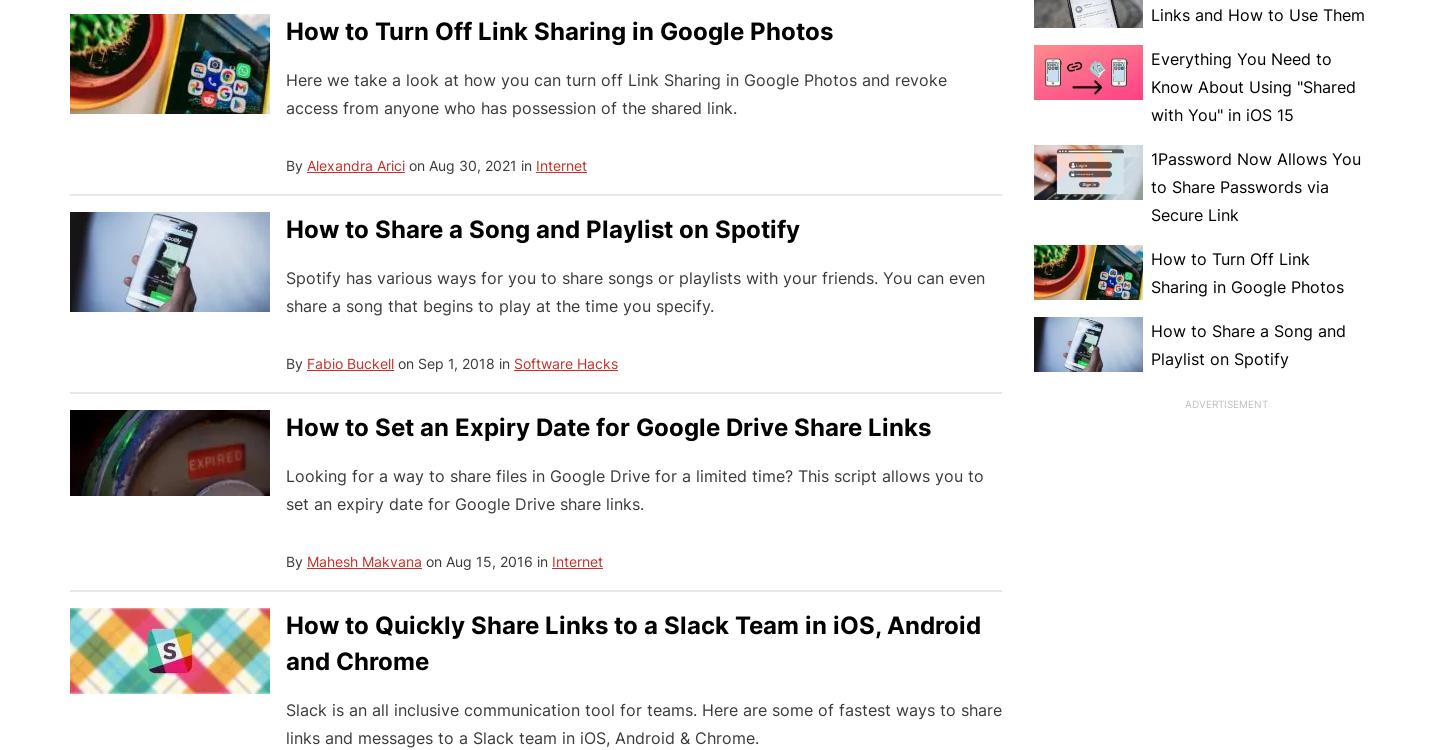 The image size is (1440, 750). What do you see at coordinates (634, 488) in the screenshot?
I see `'Looking for a way to share files in Google Drive for a limited time? This script allows you to set an expiry date for Google Drive share links.'` at bounding box center [634, 488].